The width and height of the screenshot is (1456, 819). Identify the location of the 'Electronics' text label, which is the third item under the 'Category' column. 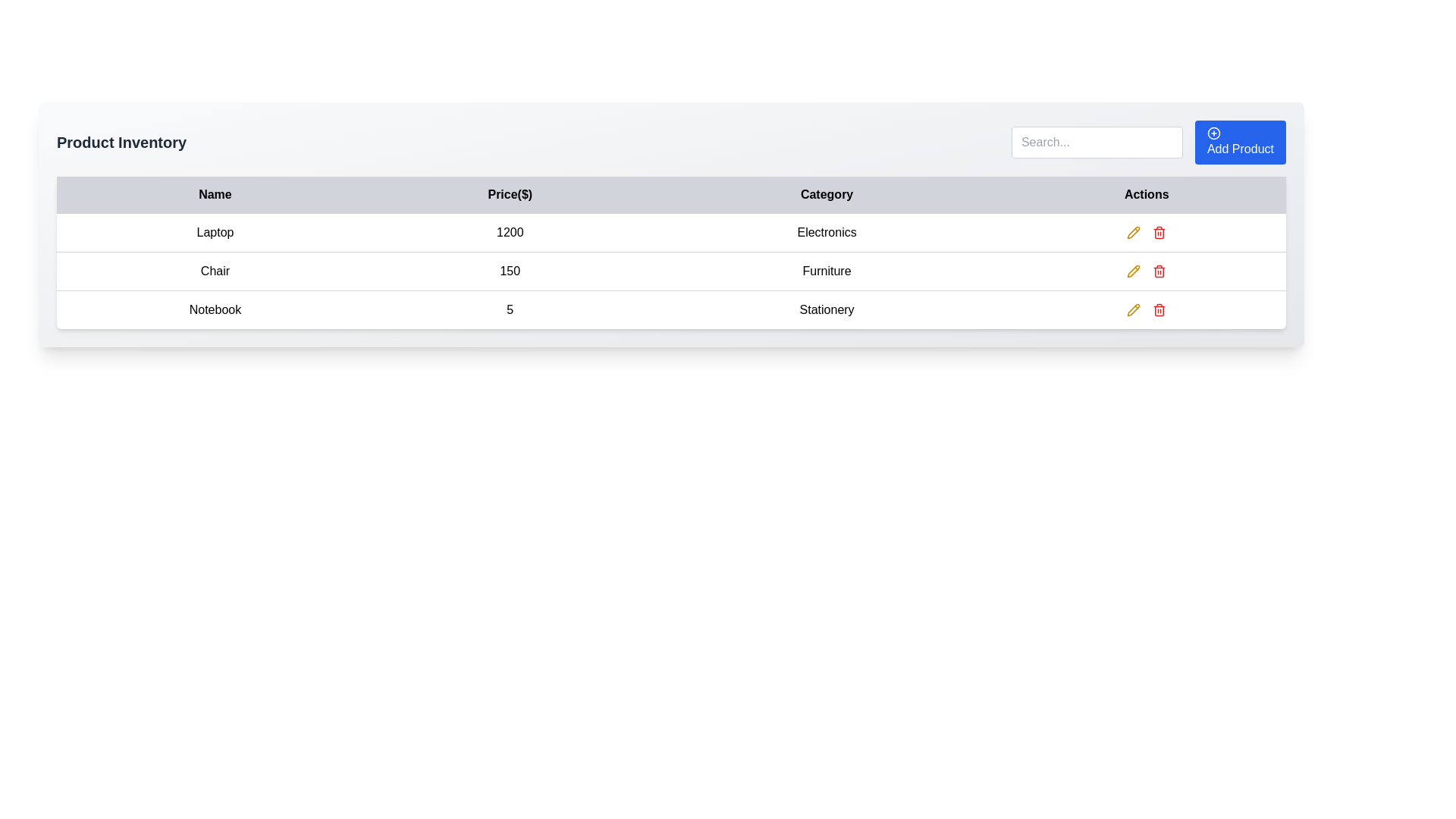
(826, 233).